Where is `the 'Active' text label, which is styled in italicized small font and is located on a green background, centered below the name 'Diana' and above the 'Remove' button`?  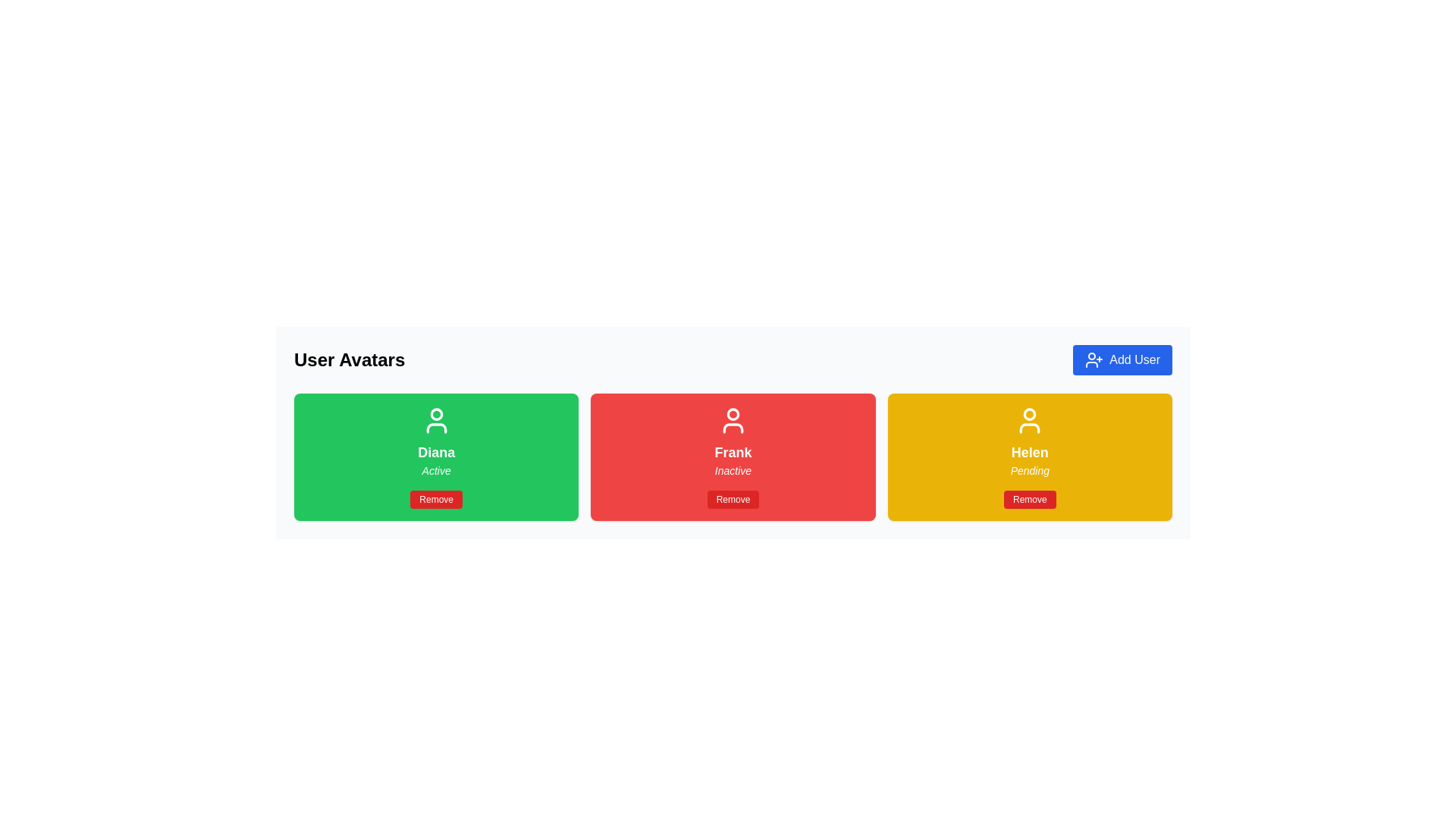 the 'Active' text label, which is styled in italicized small font and is located on a green background, centered below the name 'Diana' and above the 'Remove' button is located at coordinates (435, 470).